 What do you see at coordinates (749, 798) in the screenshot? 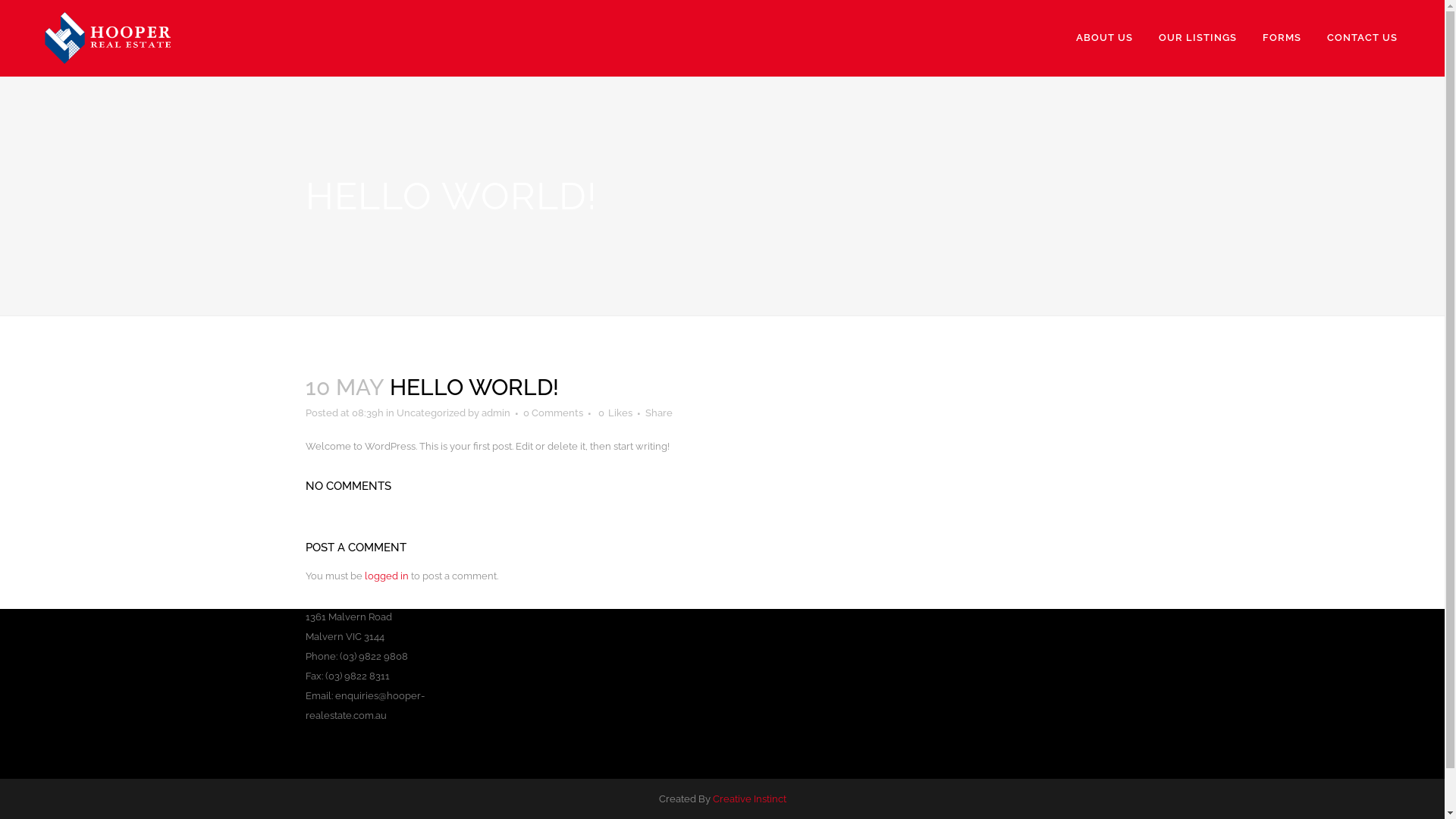
I see `'Creative Instinct'` at bounding box center [749, 798].